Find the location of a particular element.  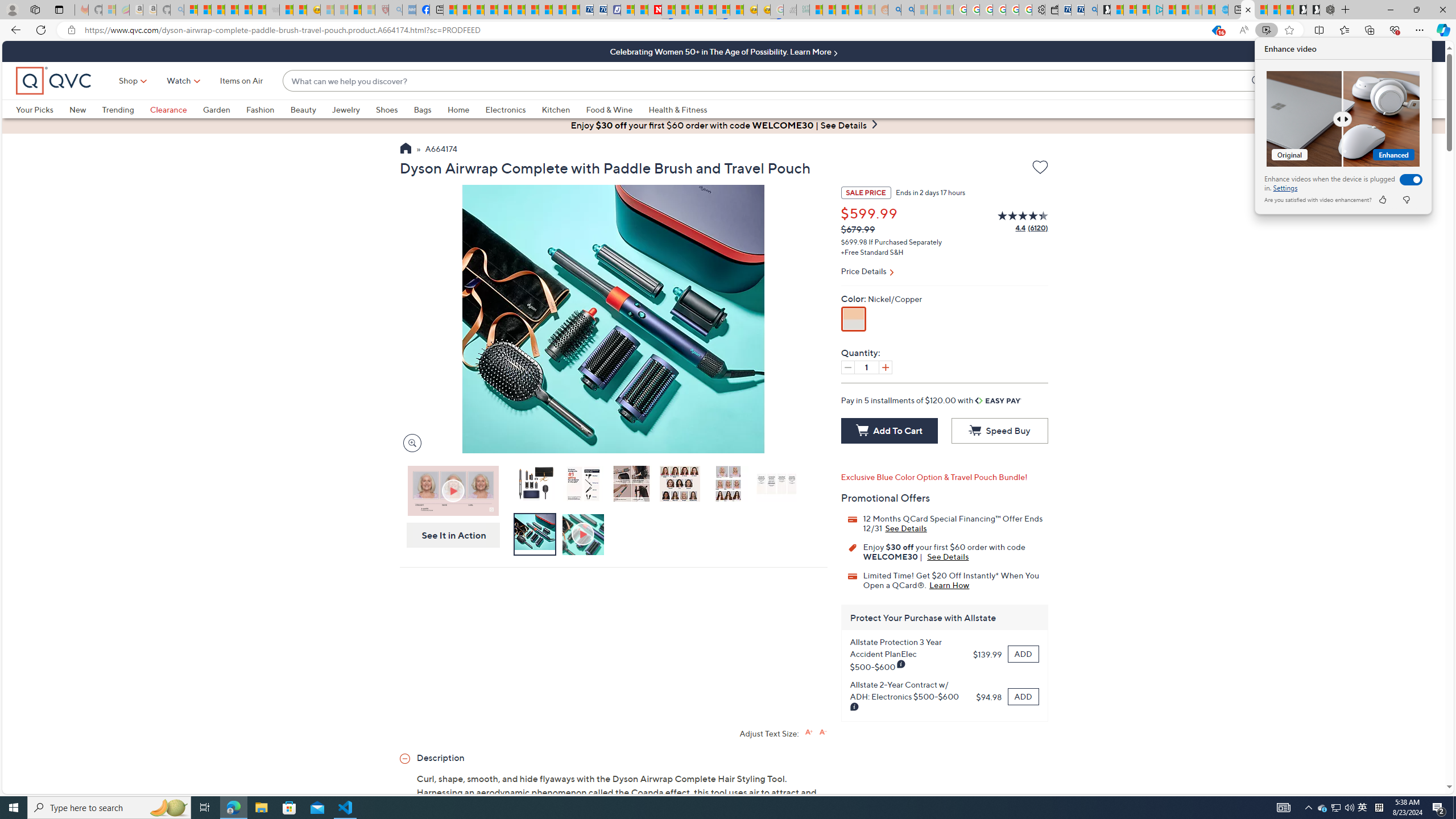

'New' is located at coordinates (76, 109).